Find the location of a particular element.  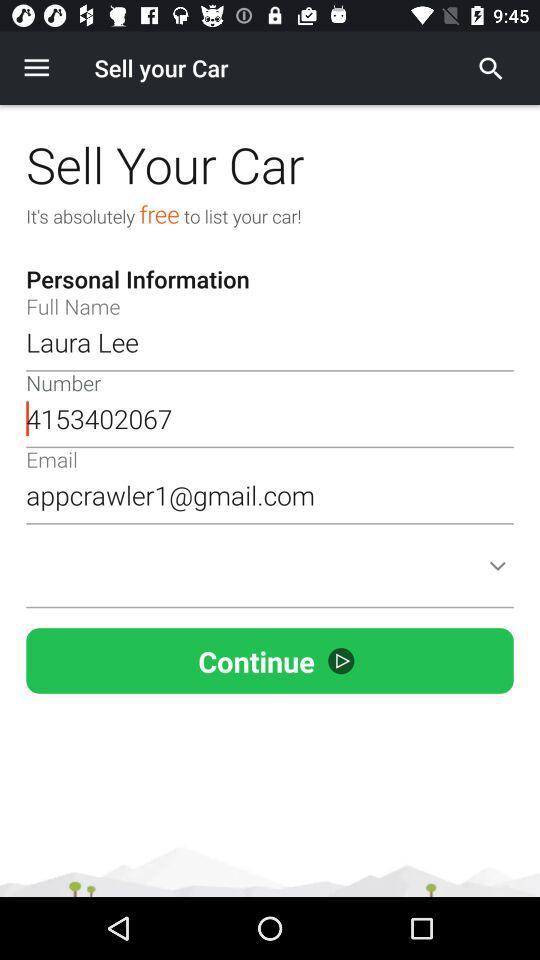

the icon next to the sell your car is located at coordinates (36, 68).